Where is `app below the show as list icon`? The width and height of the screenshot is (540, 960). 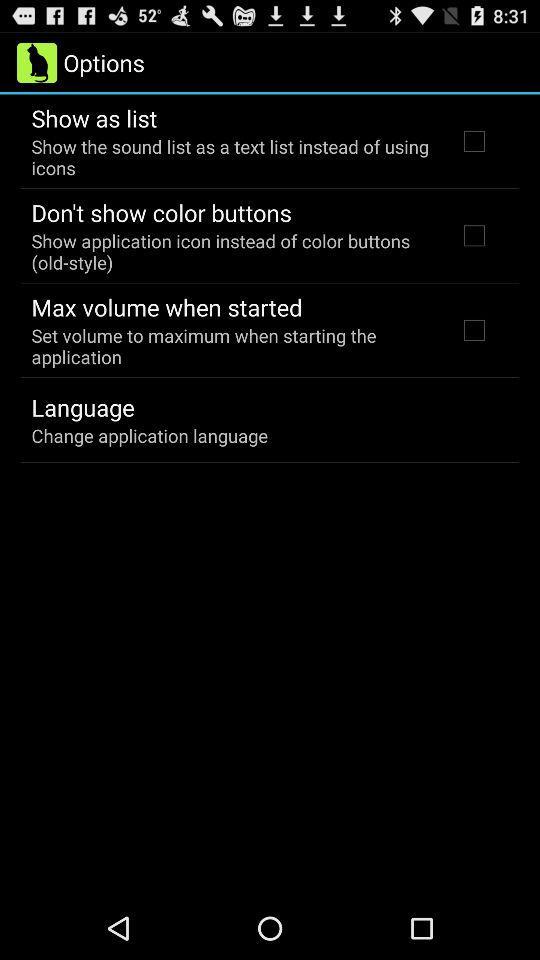 app below the show as list icon is located at coordinates (230, 156).